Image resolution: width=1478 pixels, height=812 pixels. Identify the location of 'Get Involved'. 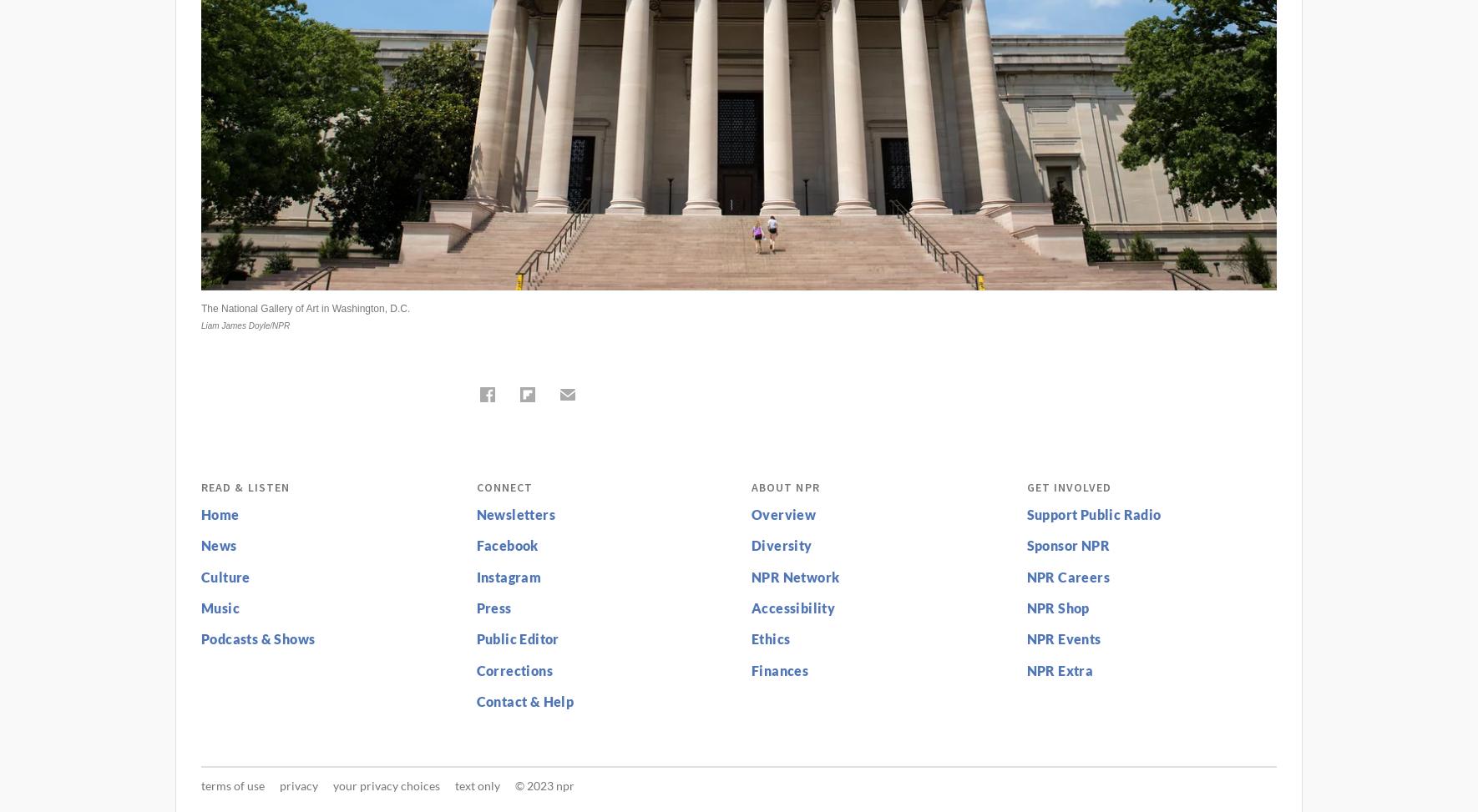
(1068, 487).